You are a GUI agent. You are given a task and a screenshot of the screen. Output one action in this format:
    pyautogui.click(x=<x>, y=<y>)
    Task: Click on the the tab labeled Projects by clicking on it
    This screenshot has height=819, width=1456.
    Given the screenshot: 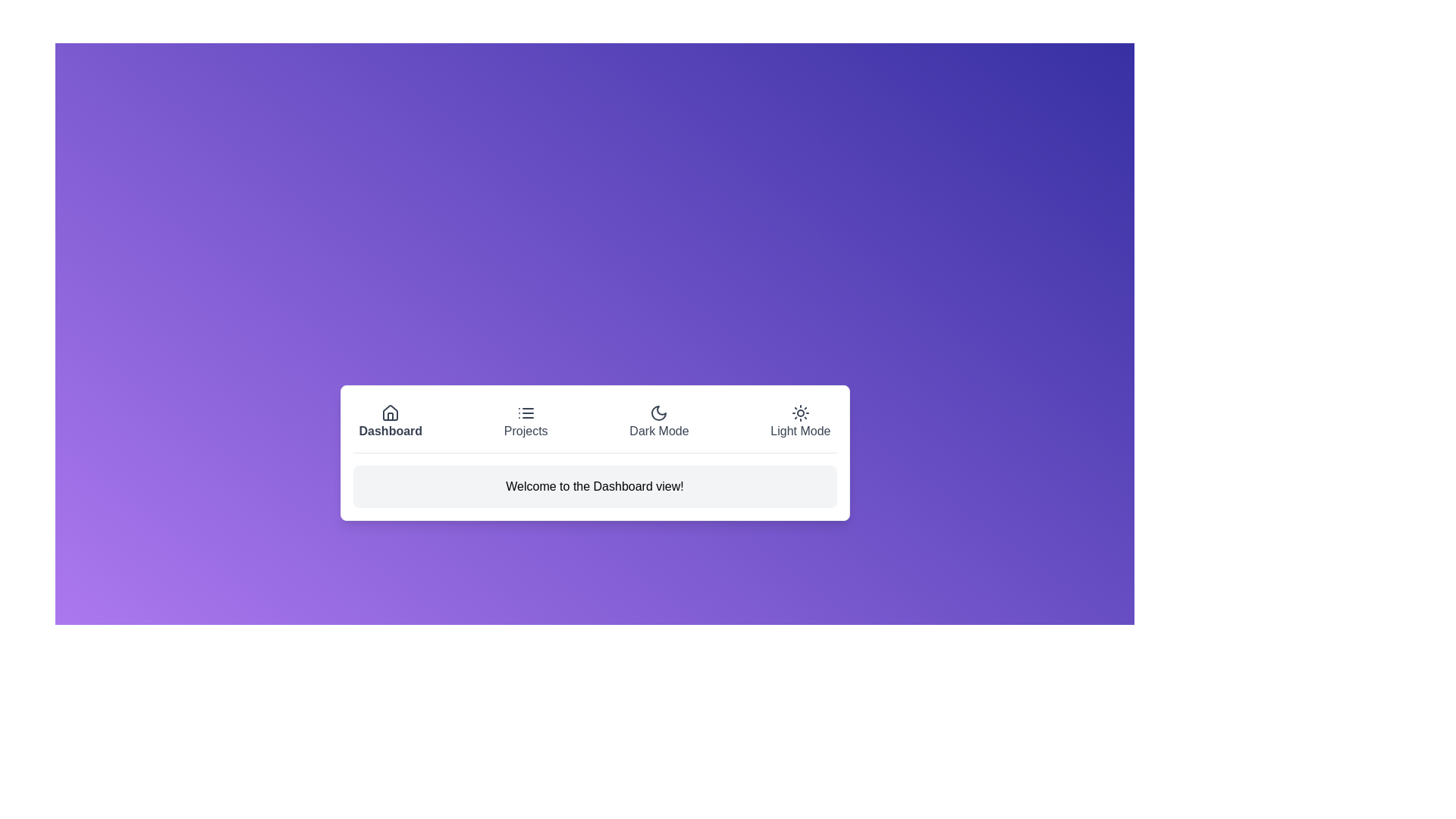 What is the action you would take?
    pyautogui.click(x=526, y=422)
    